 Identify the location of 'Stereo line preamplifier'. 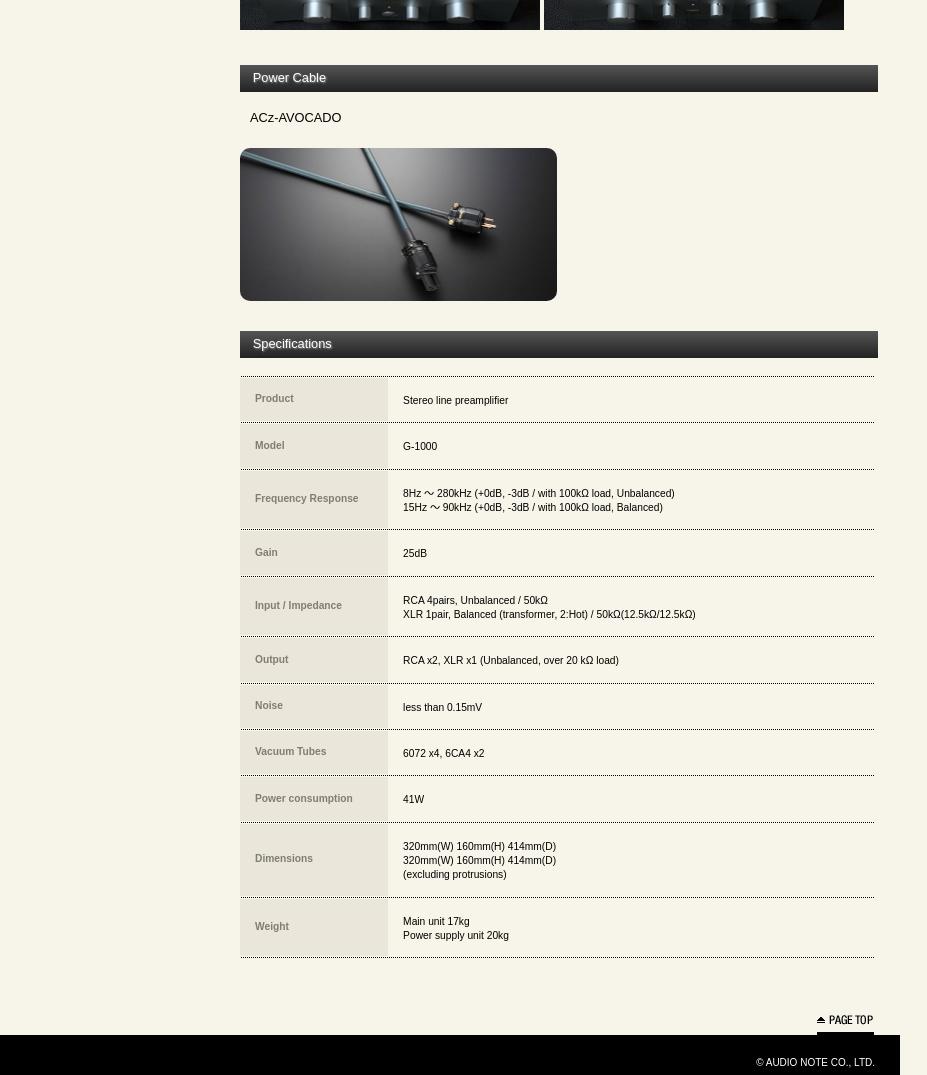
(454, 398).